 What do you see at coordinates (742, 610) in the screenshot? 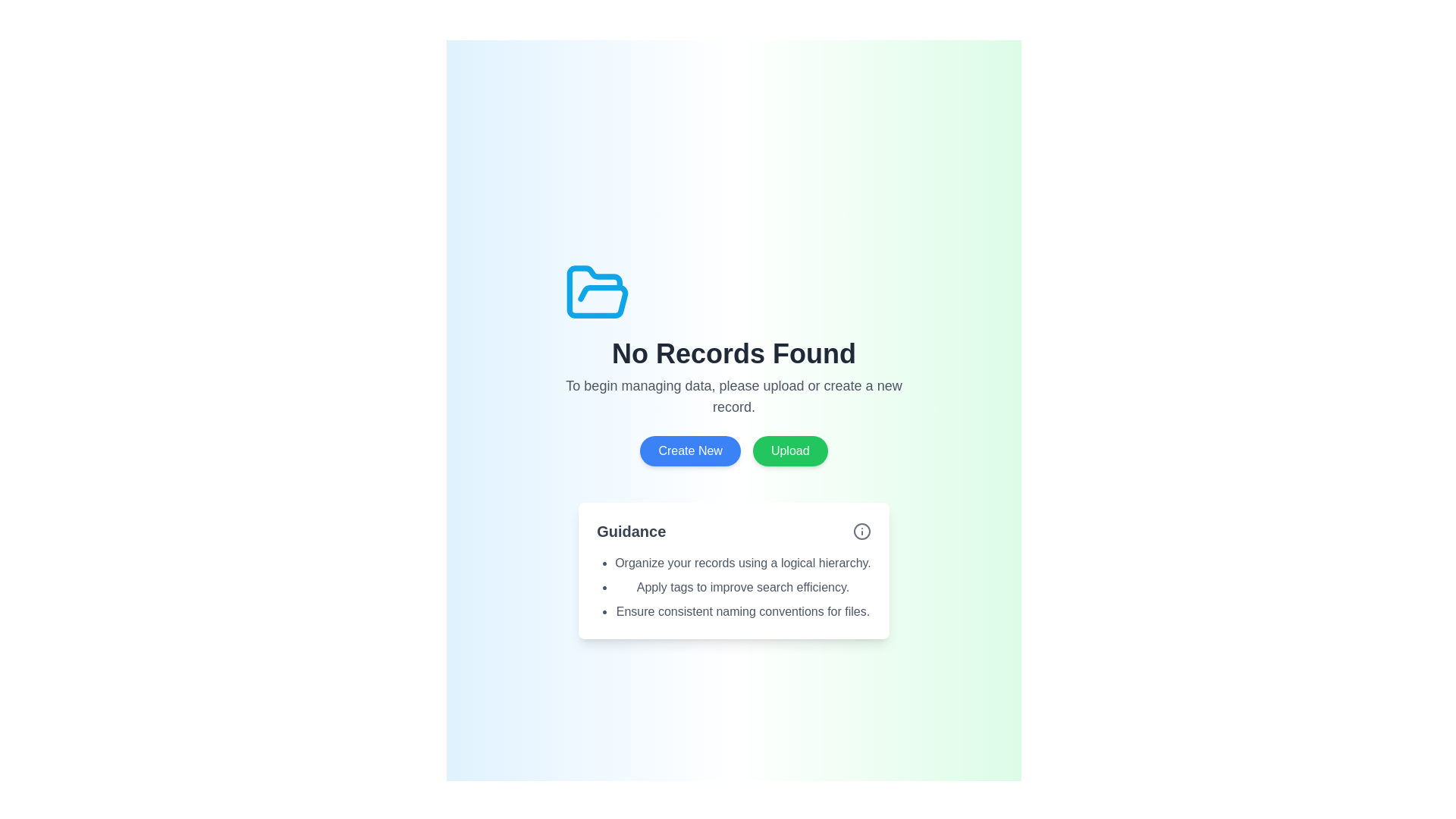
I see `the third bullet point in the guidance list that provides textual instruction for better organizational practices` at bounding box center [742, 610].